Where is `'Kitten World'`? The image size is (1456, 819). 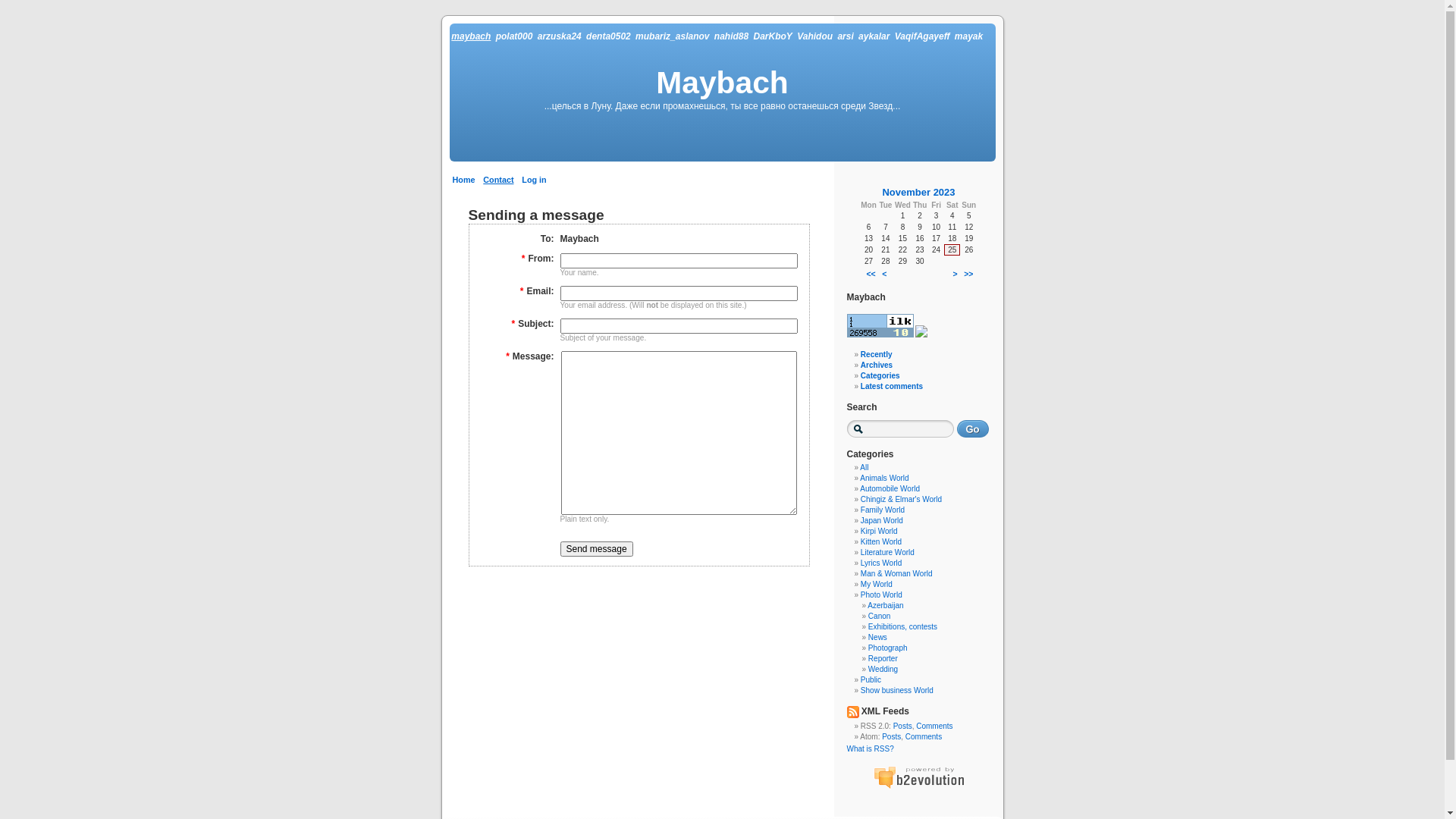 'Kitten World' is located at coordinates (880, 541).